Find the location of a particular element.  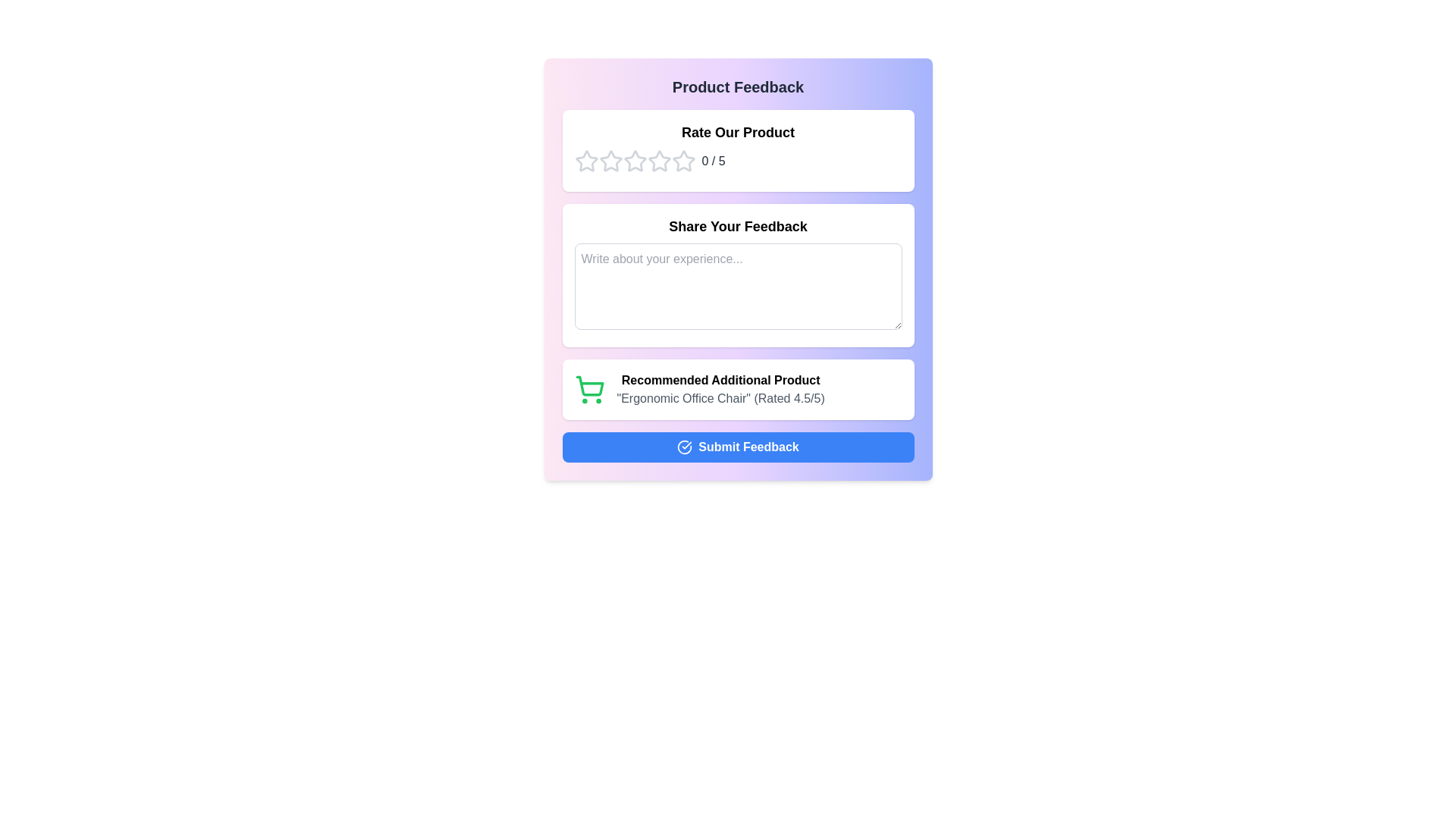

the submit button located at the bottom of the feedback form, directly below the product recommendation section is located at coordinates (738, 447).